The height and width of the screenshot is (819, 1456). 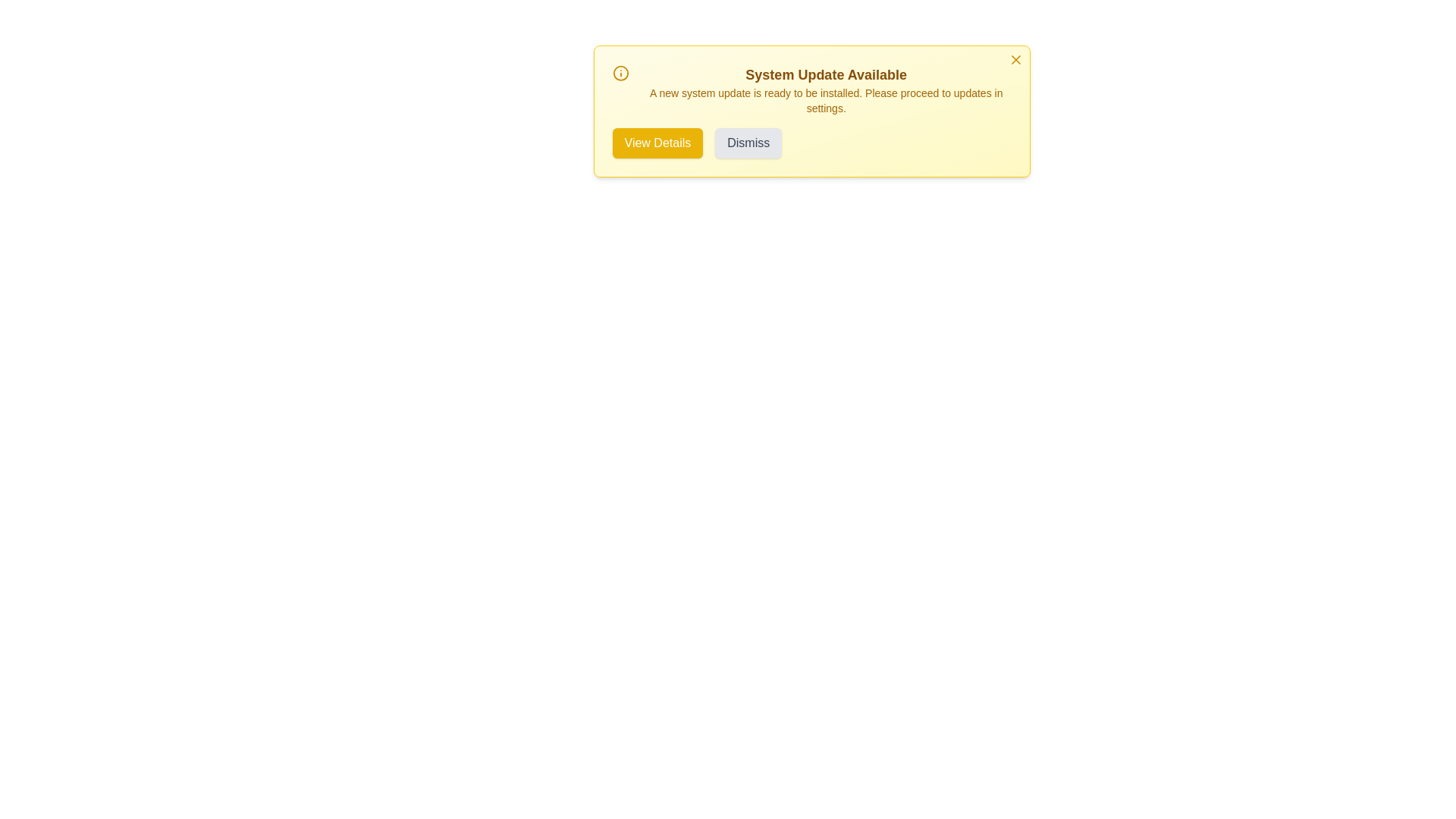 What do you see at coordinates (825, 100) in the screenshot?
I see `text located beneath the title 'System Update Available' within the yellow notification box, which informs the user about the availability and readiness of a system update` at bounding box center [825, 100].